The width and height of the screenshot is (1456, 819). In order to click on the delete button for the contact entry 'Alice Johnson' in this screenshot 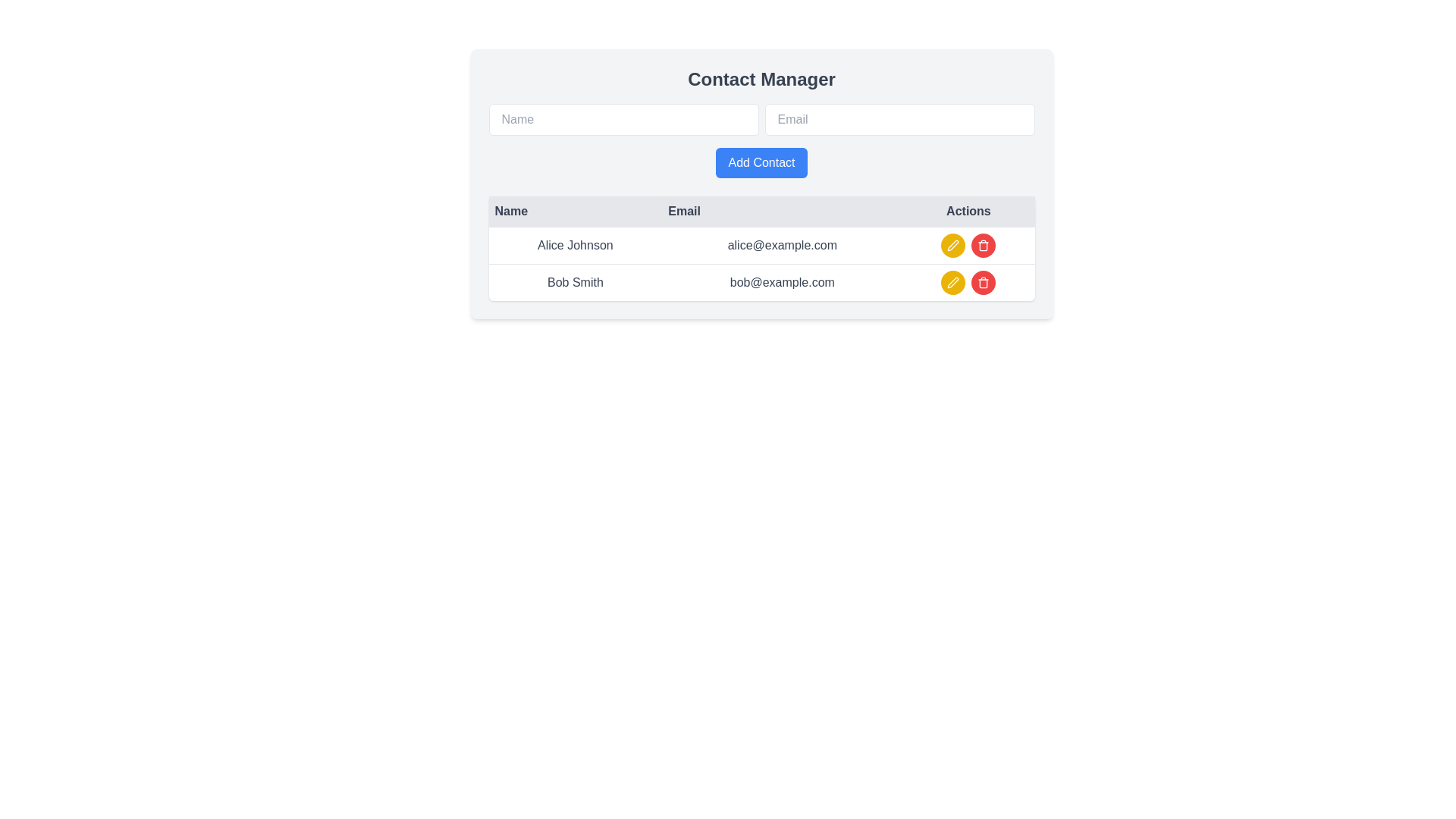, I will do `click(984, 245)`.